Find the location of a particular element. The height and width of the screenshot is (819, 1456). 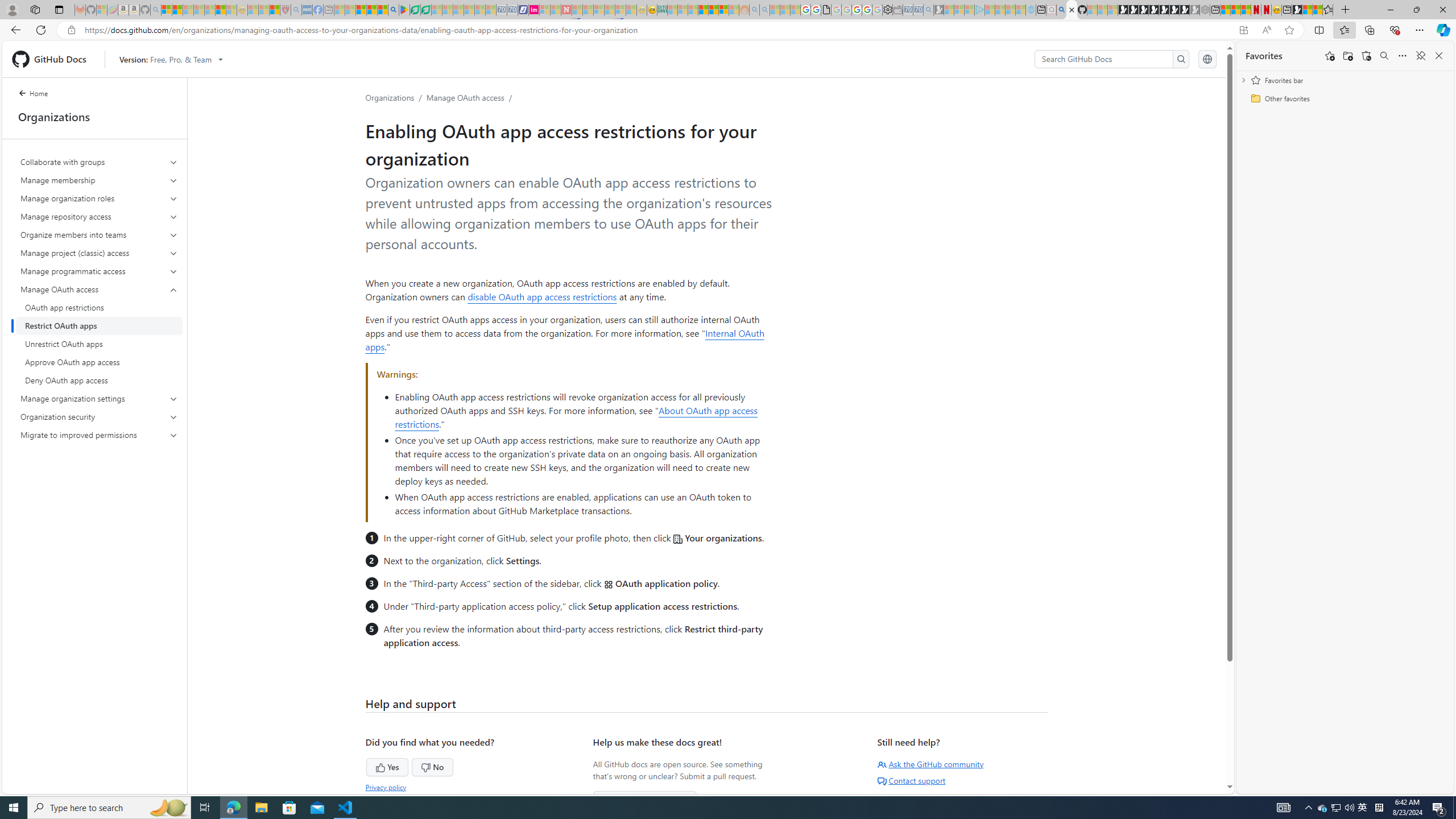

'Add folder' is located at coordinates (1347, 55).